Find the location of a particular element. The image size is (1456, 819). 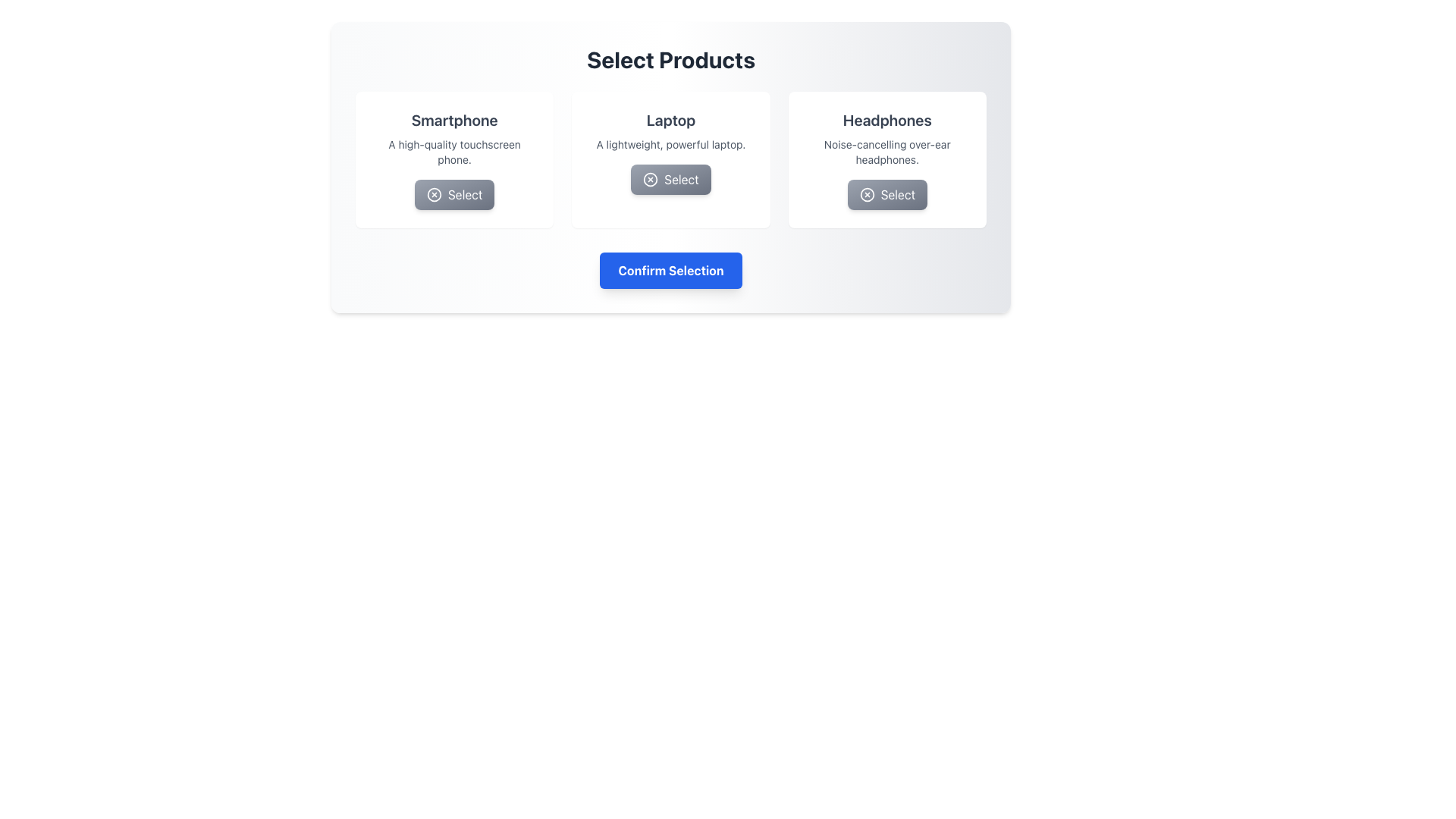

the rectangular button labeled 'Select' with a circle icon containing an 'X' is located at coordinates (453, 194).